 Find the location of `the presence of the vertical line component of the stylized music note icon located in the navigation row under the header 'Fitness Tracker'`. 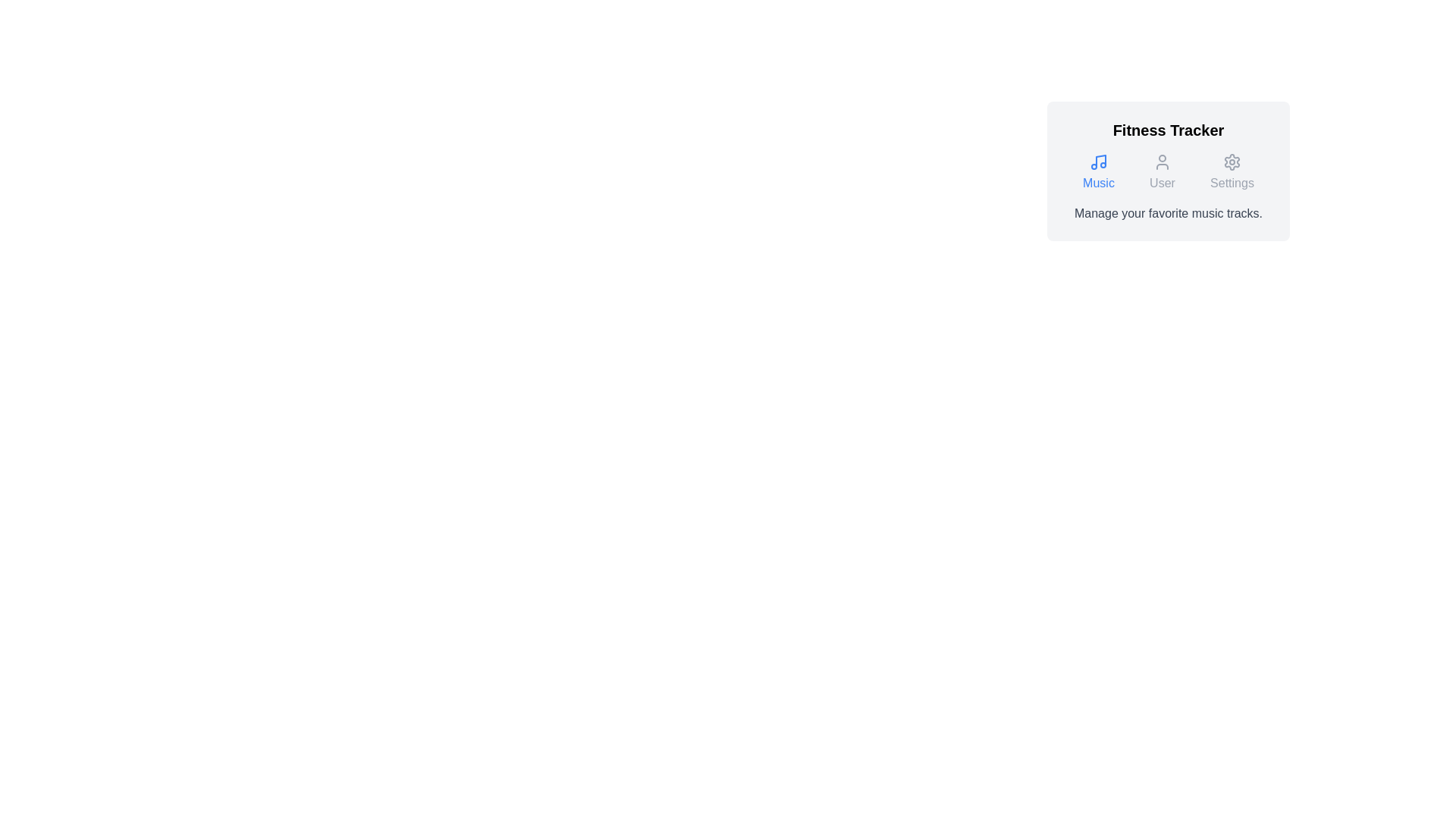

the presence of the vertical line component of the stylized music note icon located in the navigation row under the header 'Fitness Tracker' is located at coordinates (1100, 161).